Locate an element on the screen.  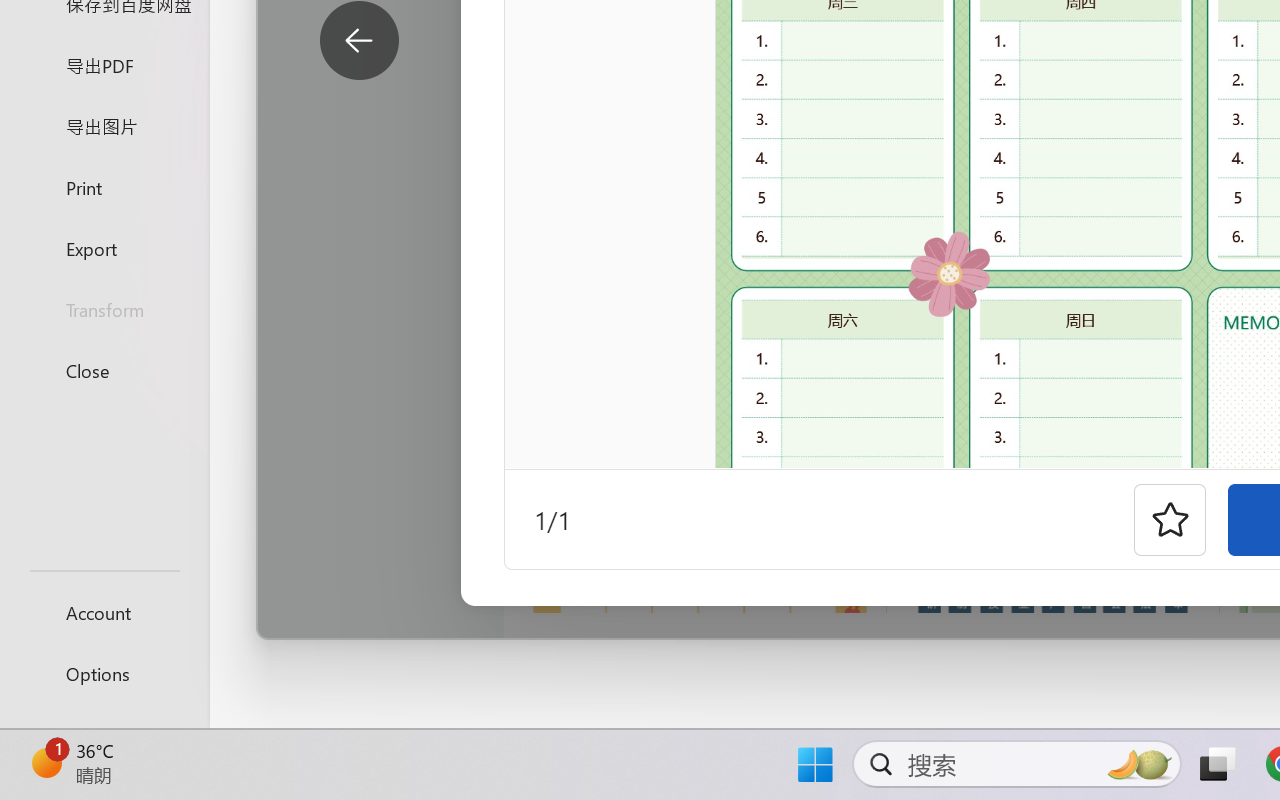
'Print' is located at coordinates (103, 186).